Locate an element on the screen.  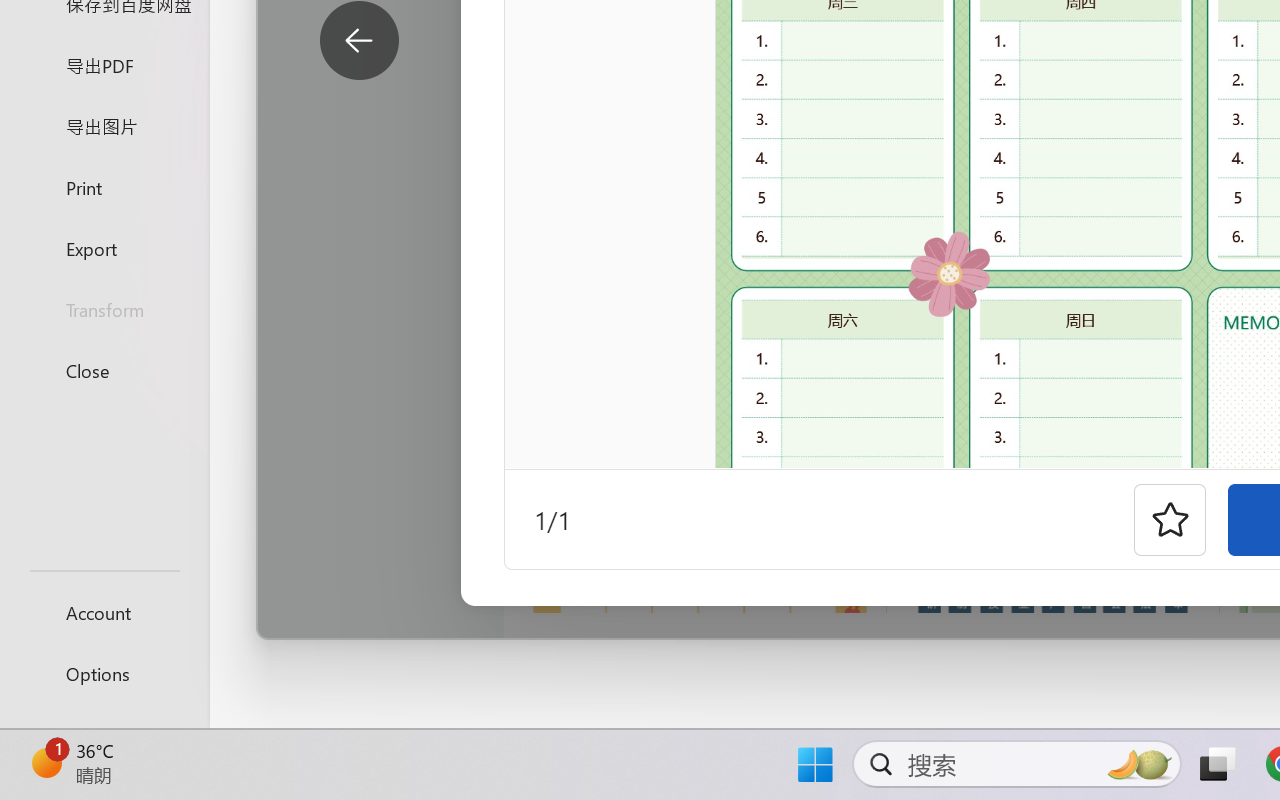
'Print' is located at coordinates (103, 186).